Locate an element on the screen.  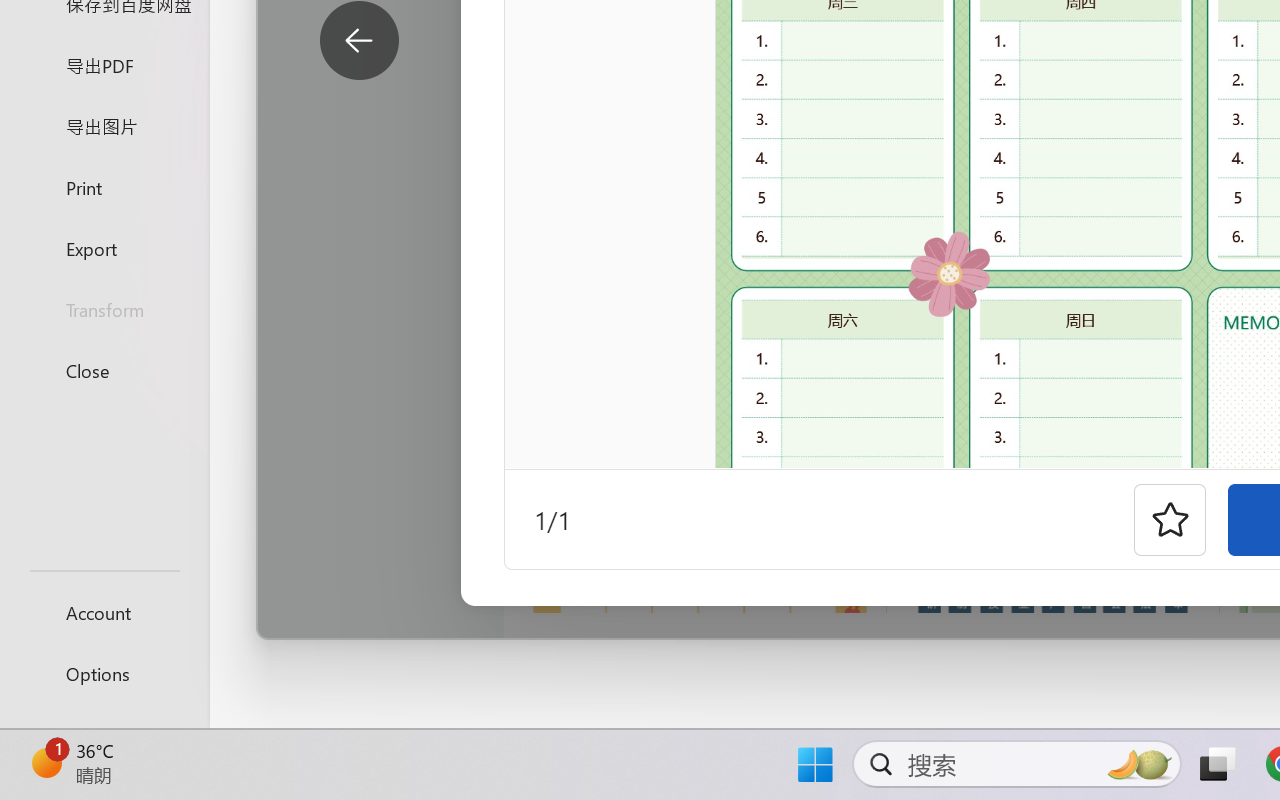
'Print' is located at coordinates (103, 186).